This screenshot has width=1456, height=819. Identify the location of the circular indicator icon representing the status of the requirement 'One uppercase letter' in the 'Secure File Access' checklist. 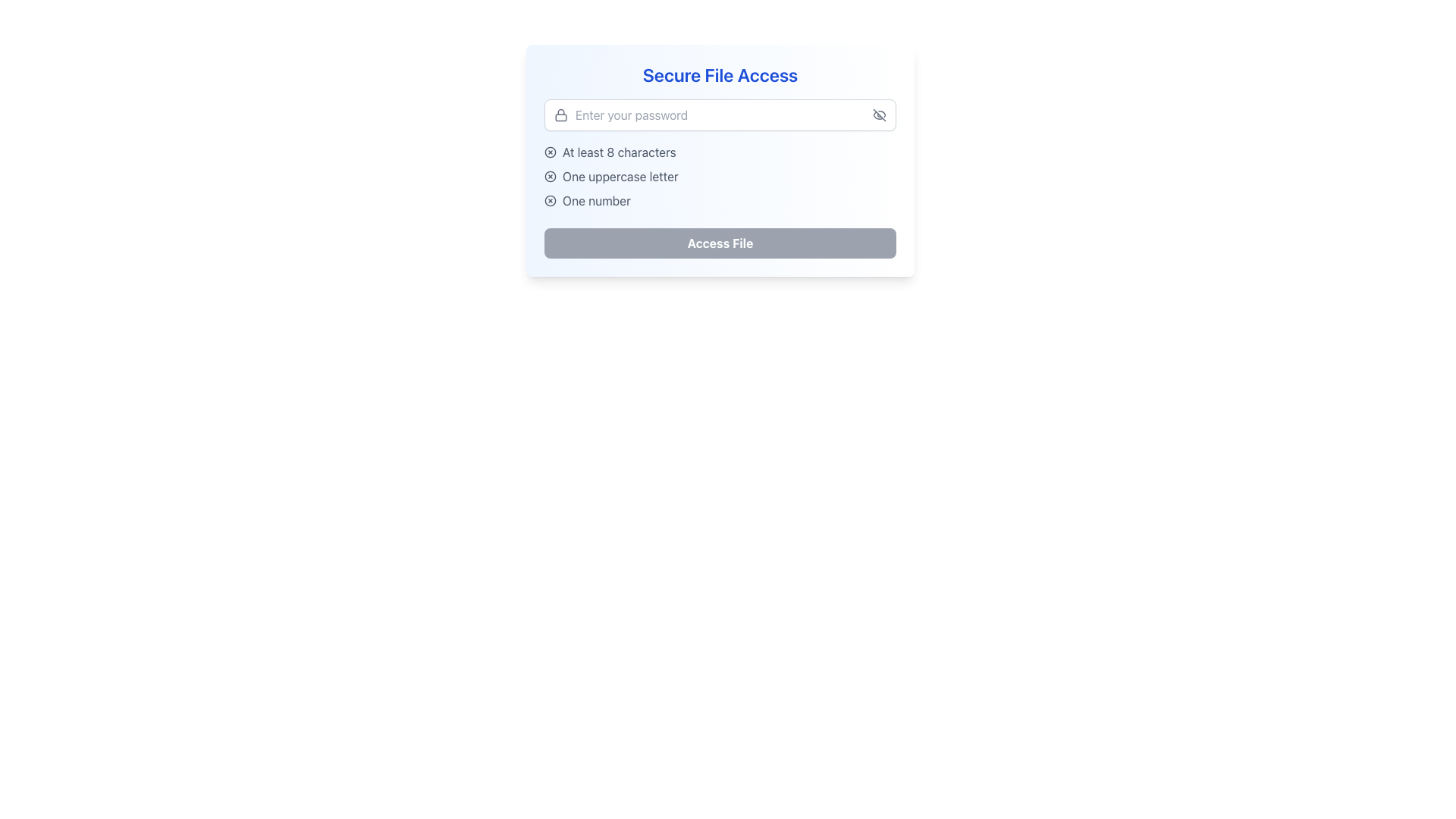
(549, 175).